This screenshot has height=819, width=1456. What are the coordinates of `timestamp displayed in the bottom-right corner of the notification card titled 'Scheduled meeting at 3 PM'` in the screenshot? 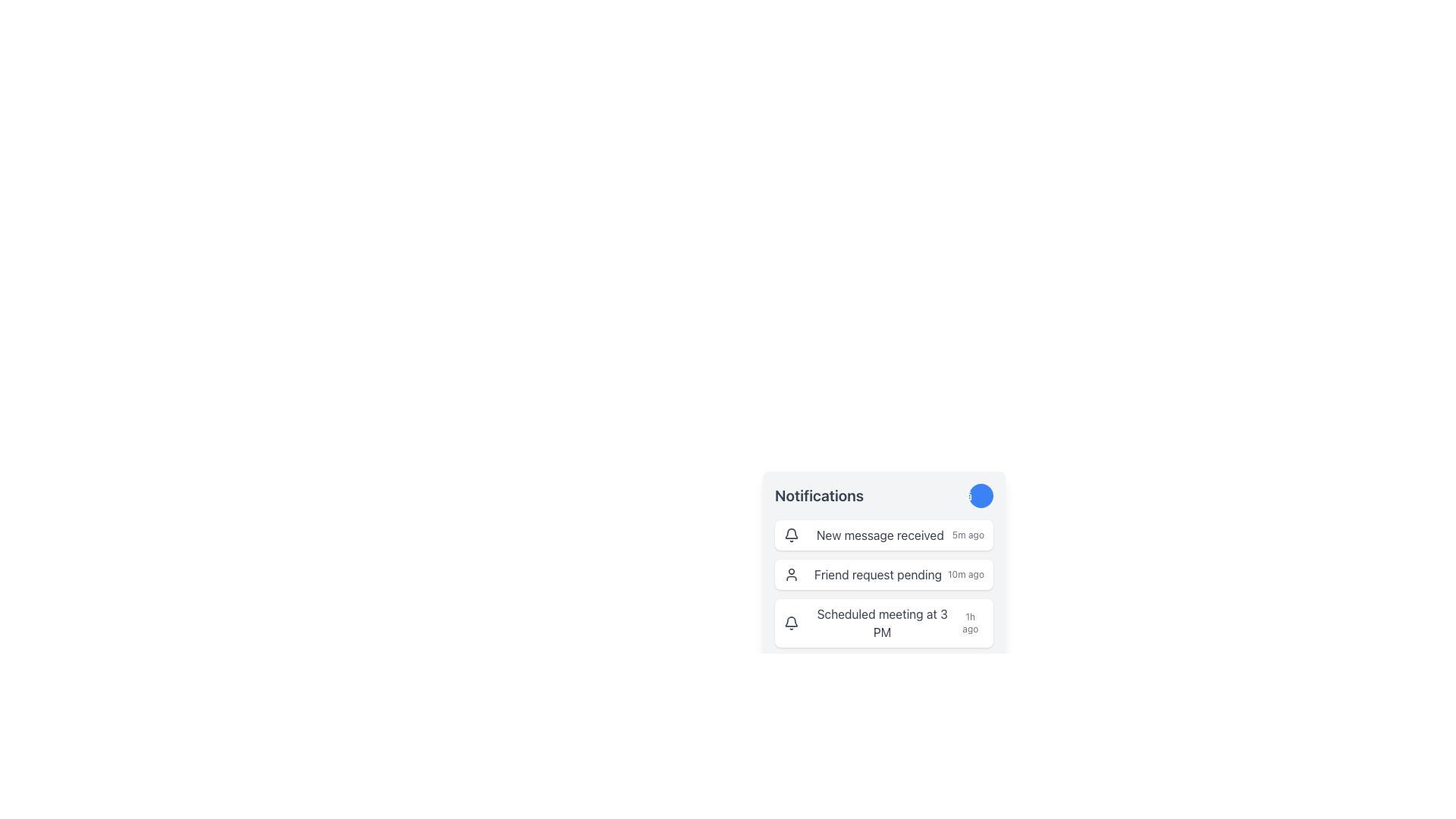 It's located at (969, 623).